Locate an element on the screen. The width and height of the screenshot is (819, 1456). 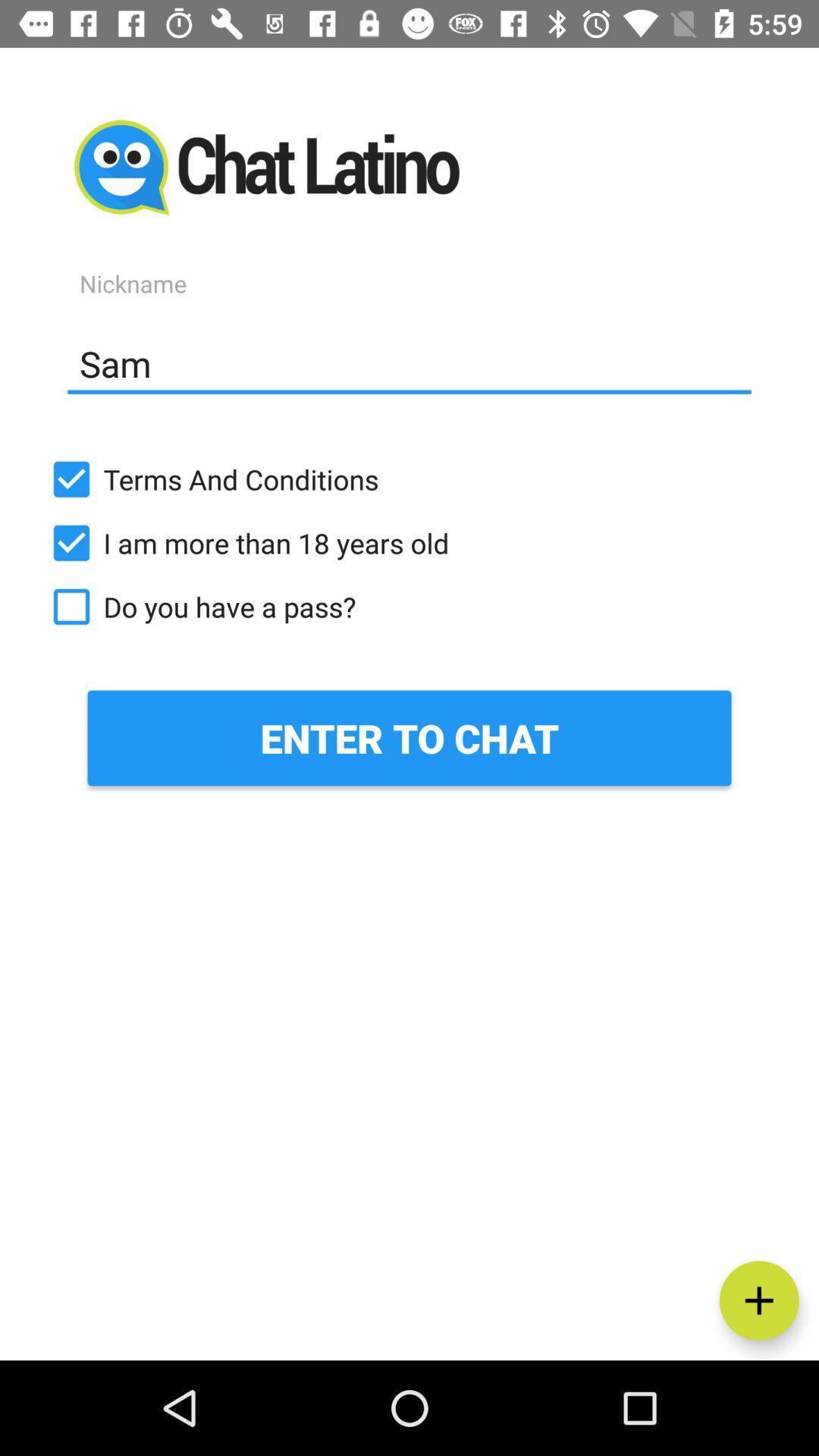
item above the i am more item is located at coordinates (409, 479).